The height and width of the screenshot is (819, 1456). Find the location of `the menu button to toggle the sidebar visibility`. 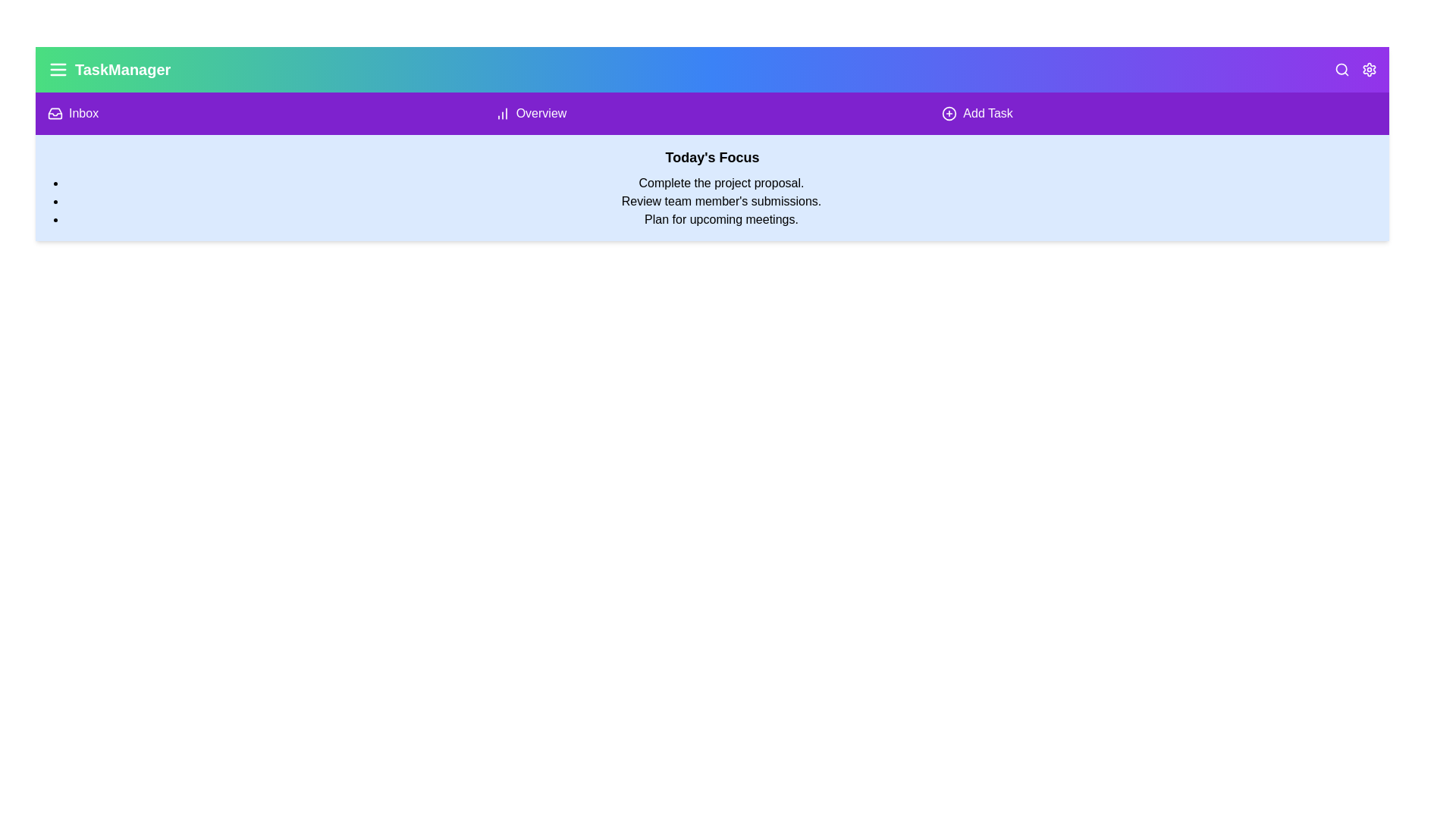

the menu button to toggle the sidebar visibility is located at coordinates (58, 70).